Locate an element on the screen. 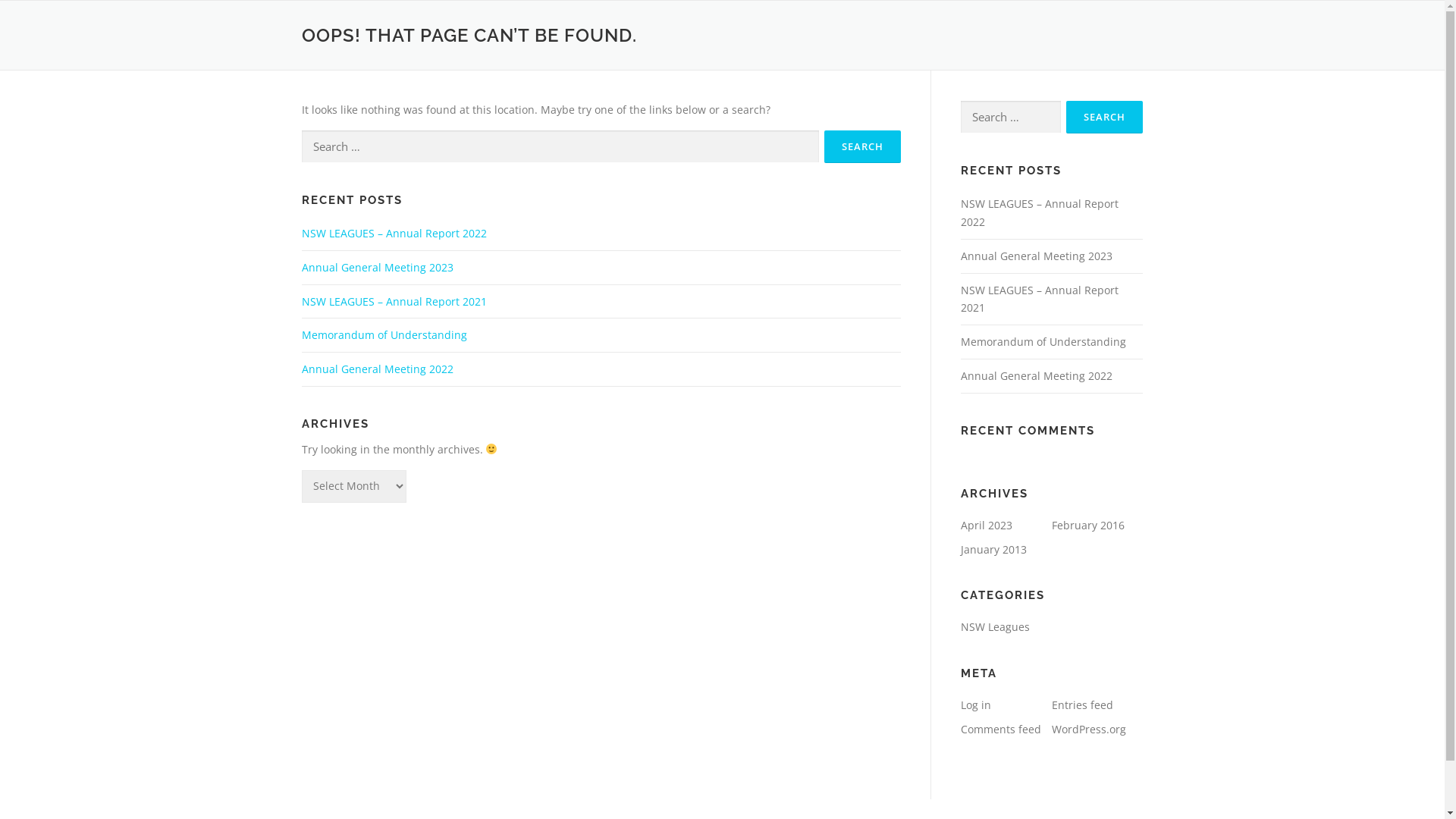 This screenshot has height=819, width=1456. 'Annual General Meeting 2023' is located at coordinates (302, 266).